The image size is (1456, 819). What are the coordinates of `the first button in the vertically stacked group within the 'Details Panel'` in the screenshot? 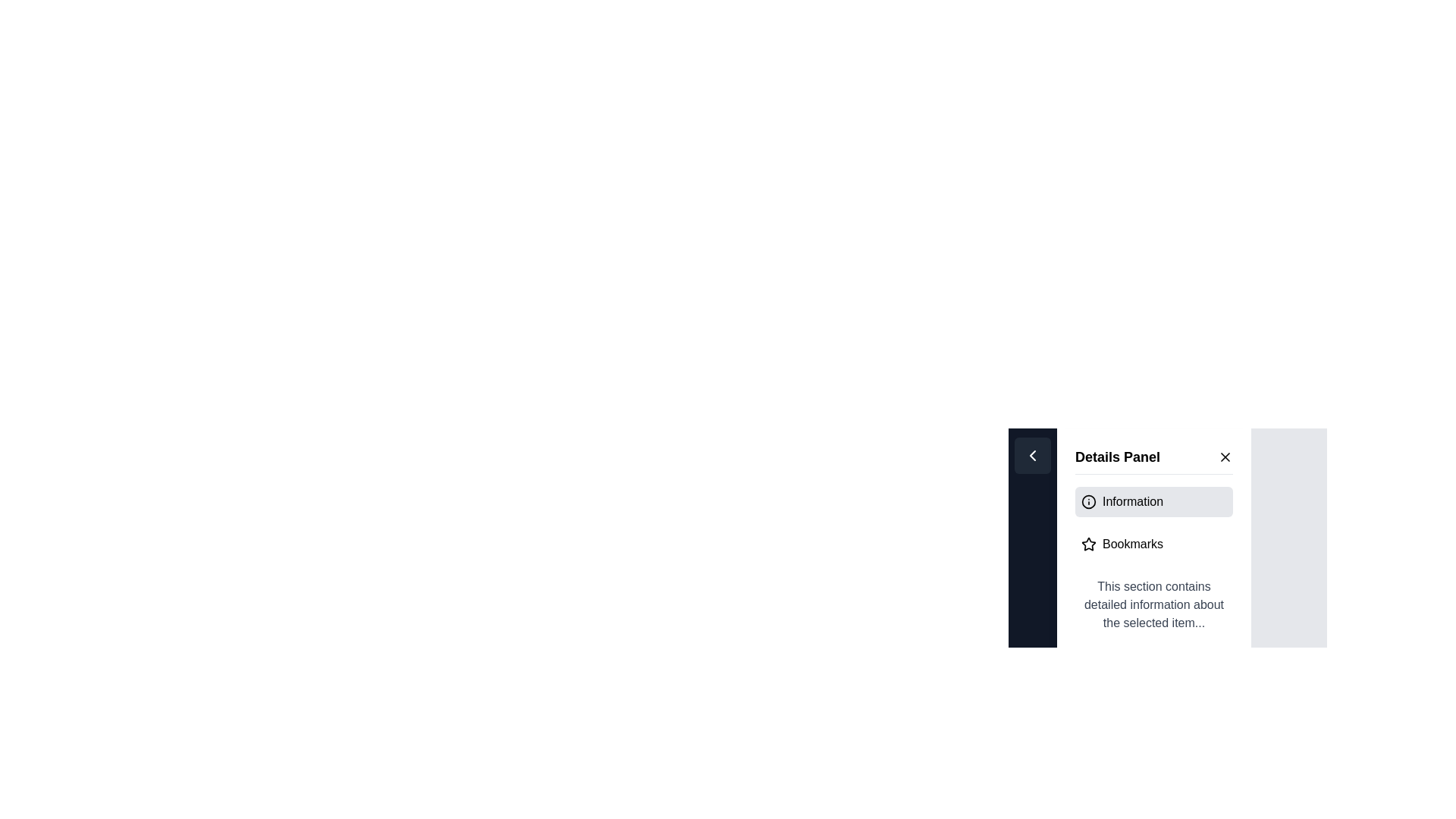 It's located at (1153, 502).